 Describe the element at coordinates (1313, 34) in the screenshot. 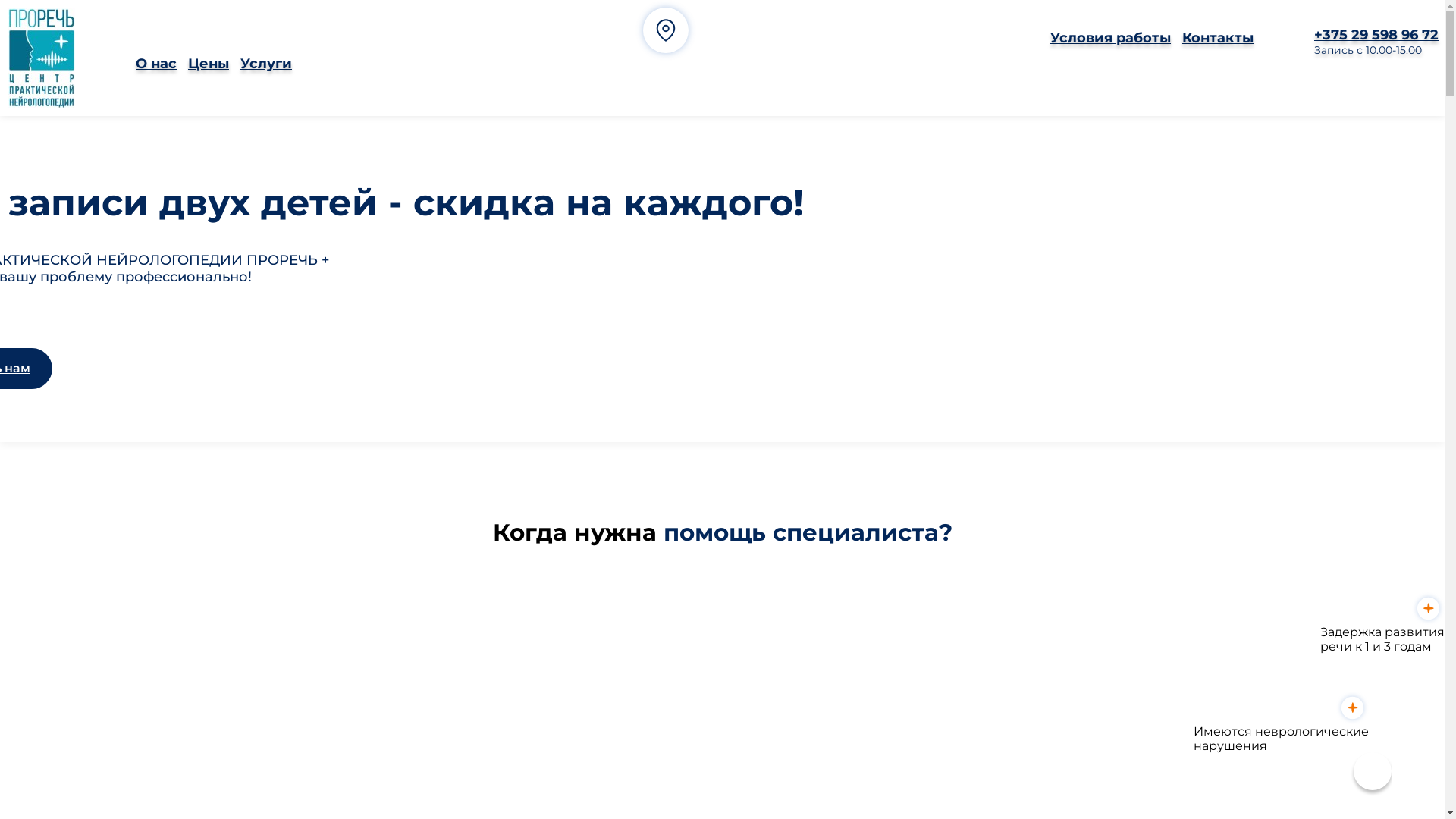

I see `'+375 29 598 96 72'` at that location.